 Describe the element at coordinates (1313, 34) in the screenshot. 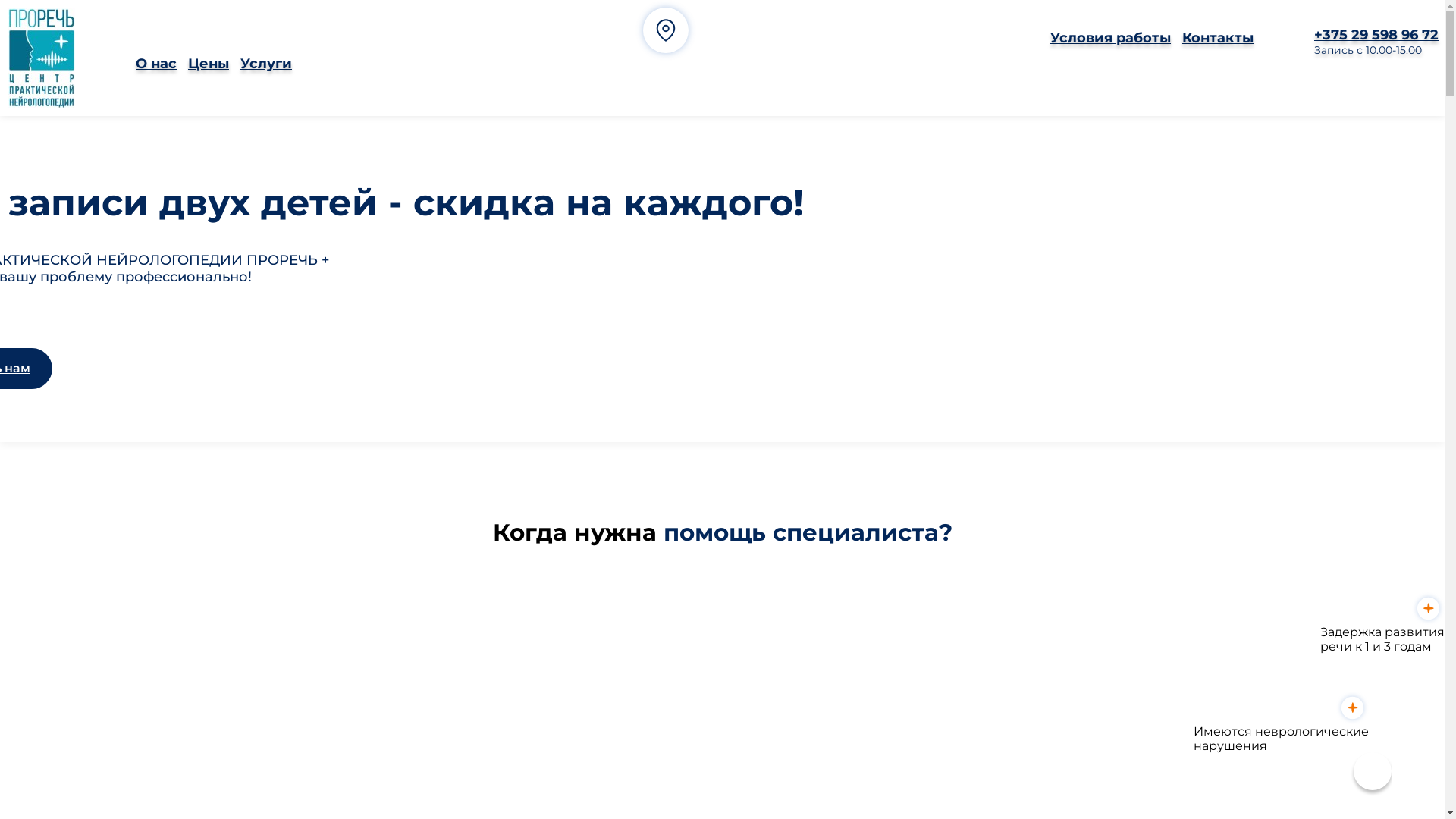

I see `'+375 29 598 96 72'` at that location.